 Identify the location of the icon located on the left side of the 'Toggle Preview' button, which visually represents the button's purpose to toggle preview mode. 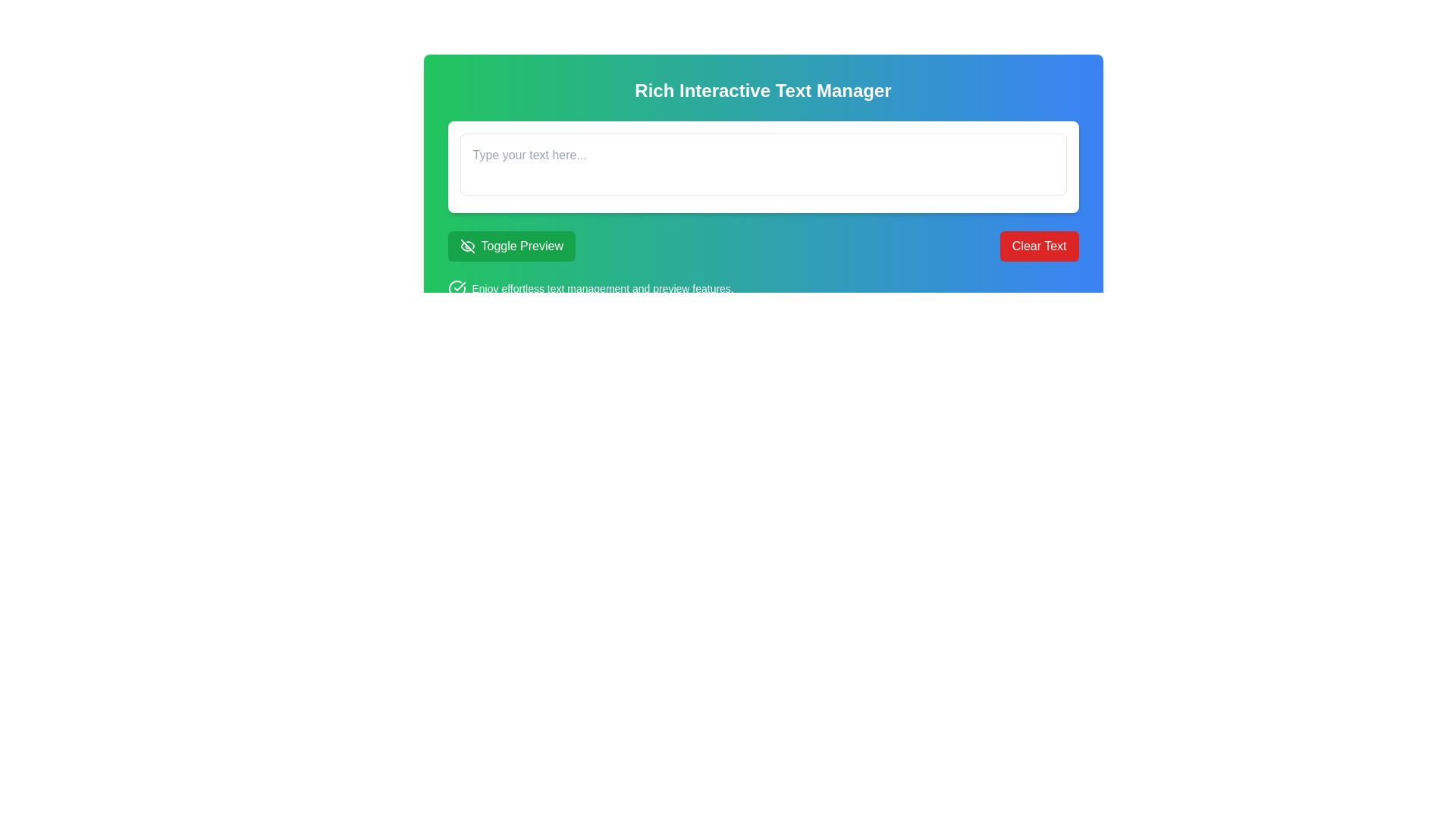
(466, 245).